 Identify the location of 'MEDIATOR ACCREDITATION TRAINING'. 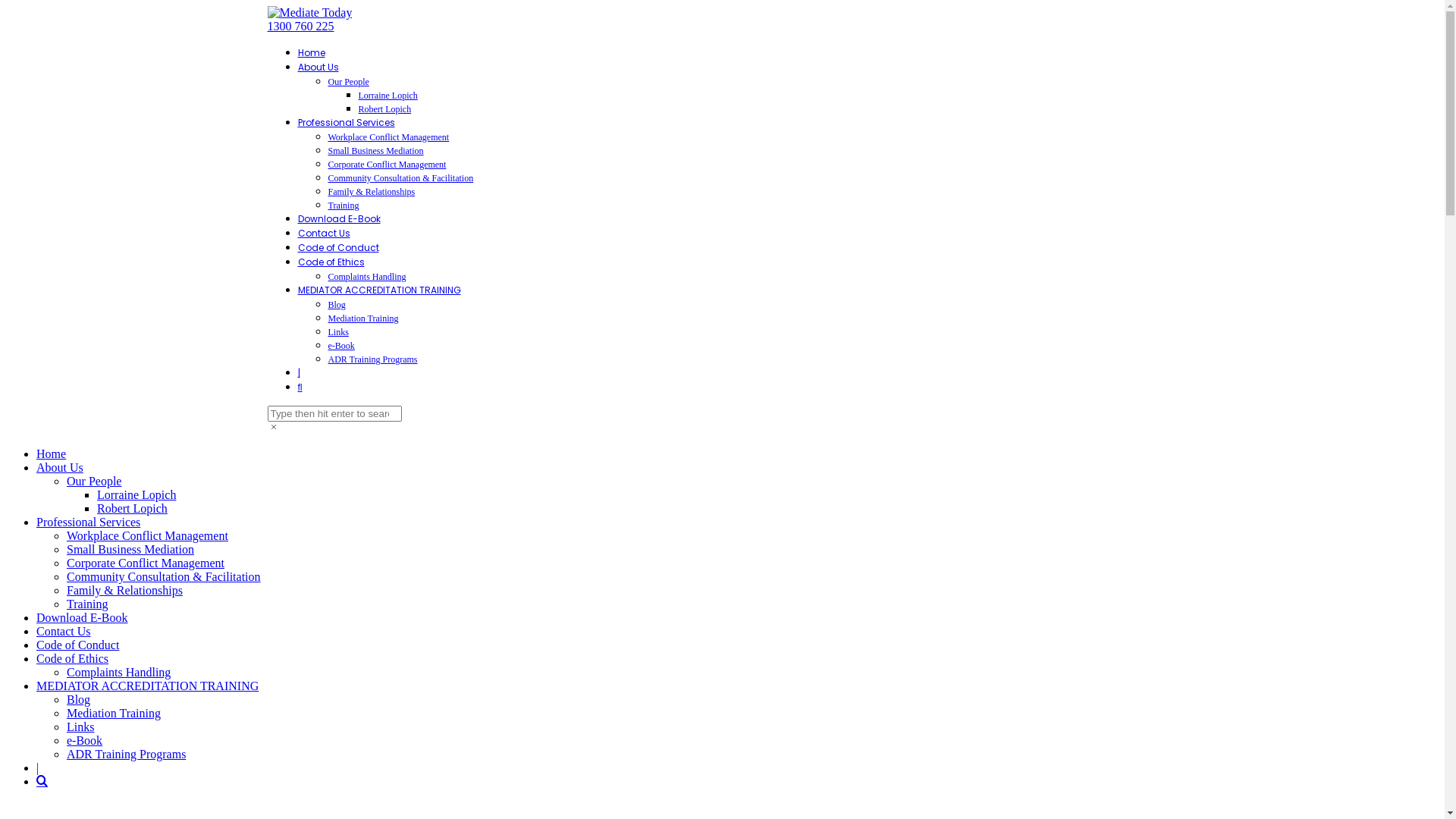
(297, 290).